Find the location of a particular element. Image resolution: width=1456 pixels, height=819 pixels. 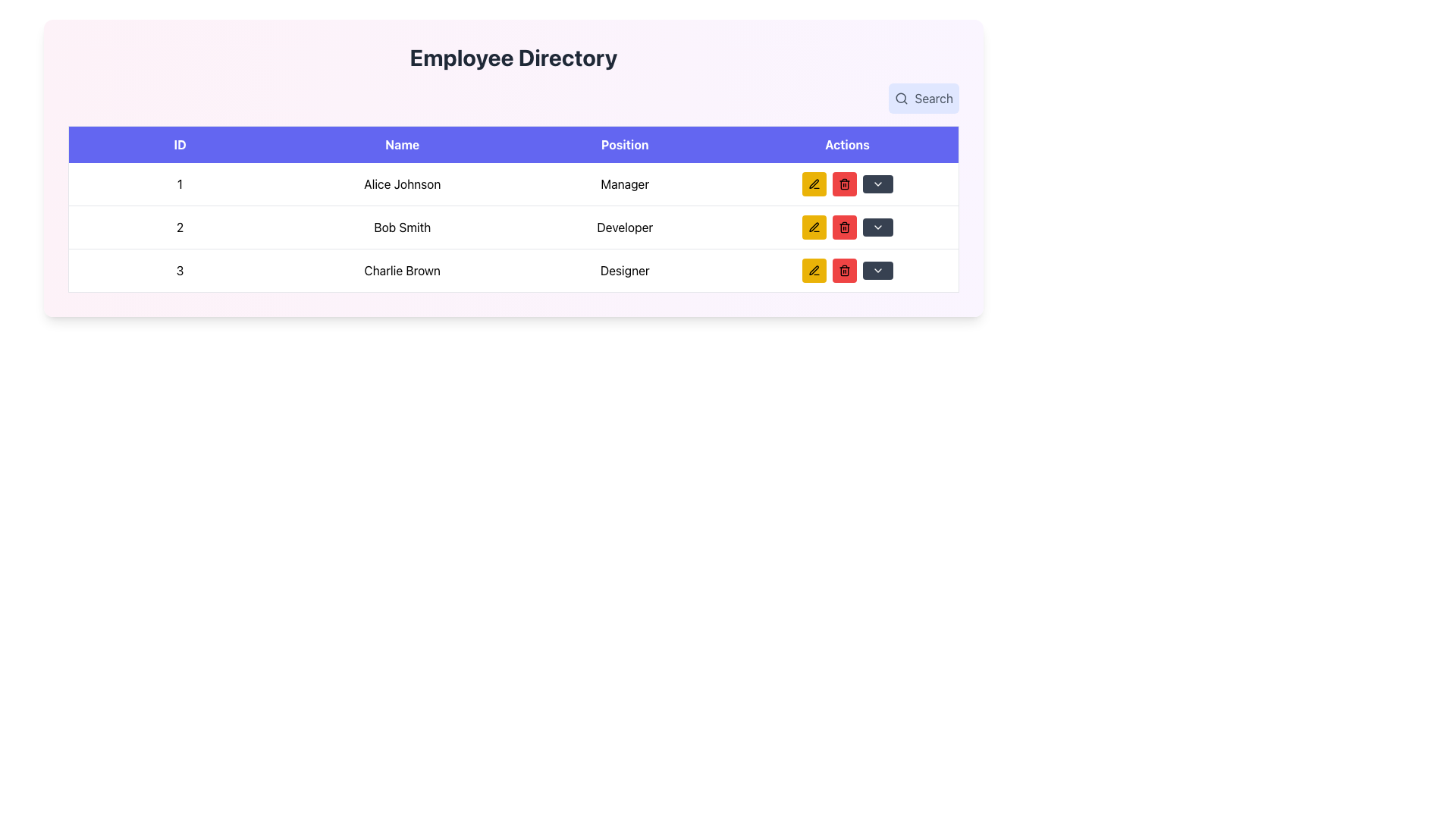

the dropdown trigger button for the 'Developer' entry in the employee directory table is located at coordinates (877, 227).